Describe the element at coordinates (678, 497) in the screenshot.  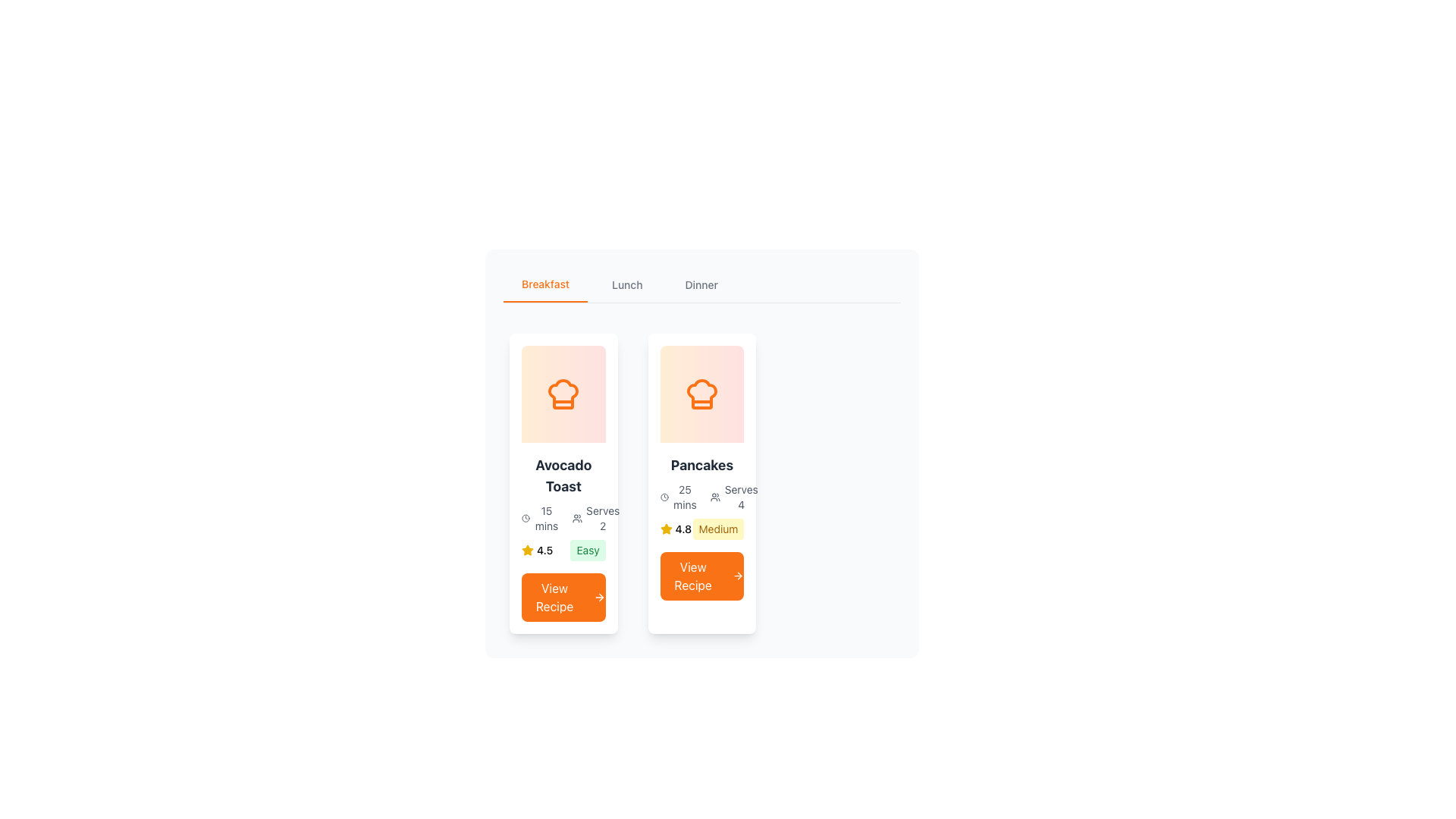
I see `the time displayed on the Time indicator with a clock icon and the text '25 mins', located within the 'Pancakes' card` at that location.